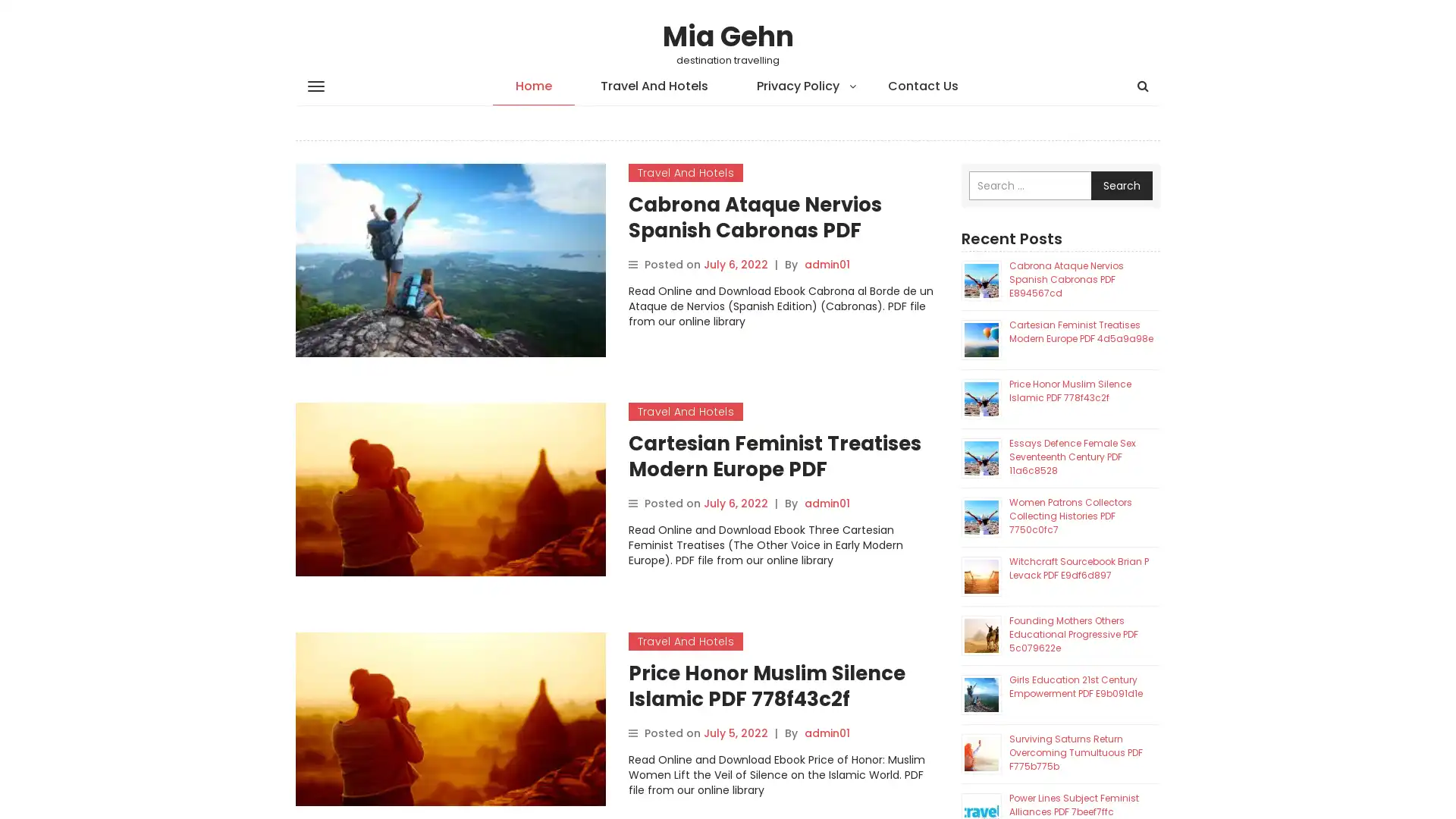 Image resolution: width=1456 pixels, height=819 pixels. What do you see at coordinates (1122, 185) in the screenshot?
I see `Search` at bounding box center [1122, 185].